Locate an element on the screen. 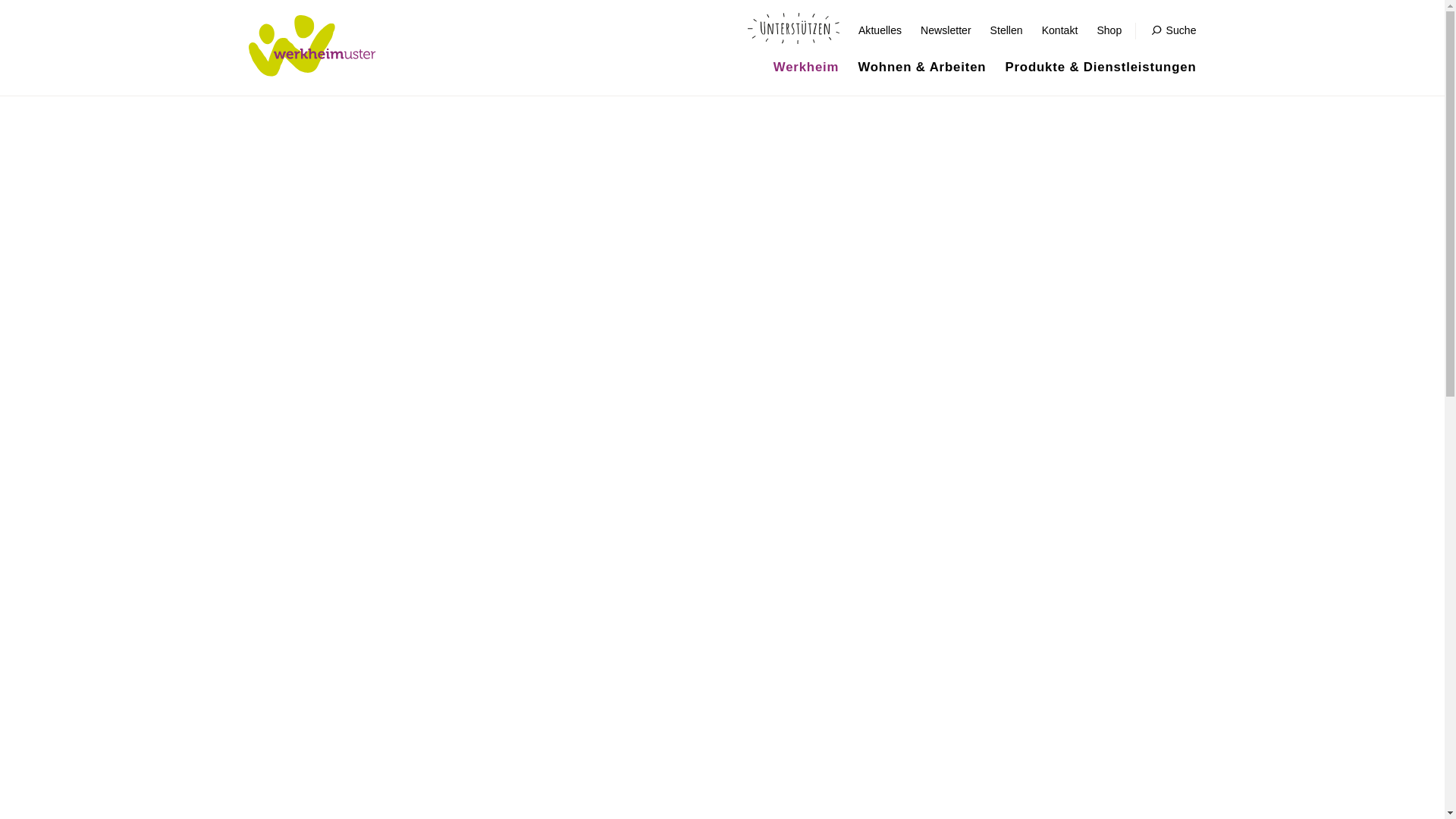 This screenshot has width=1456, height=819. 'Suche' is located at coordinates (1173, 30).